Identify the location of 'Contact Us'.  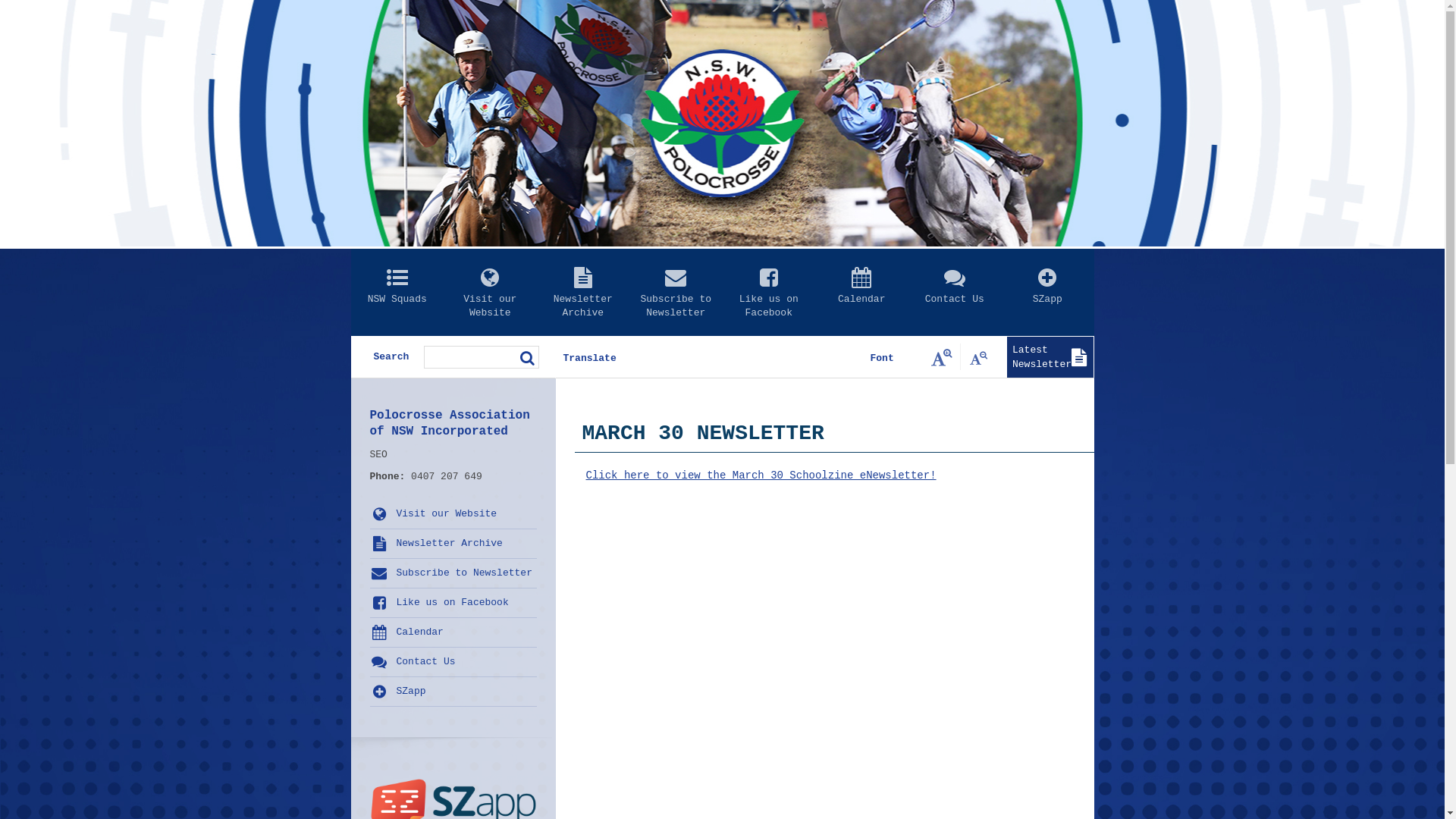
(453, 661).